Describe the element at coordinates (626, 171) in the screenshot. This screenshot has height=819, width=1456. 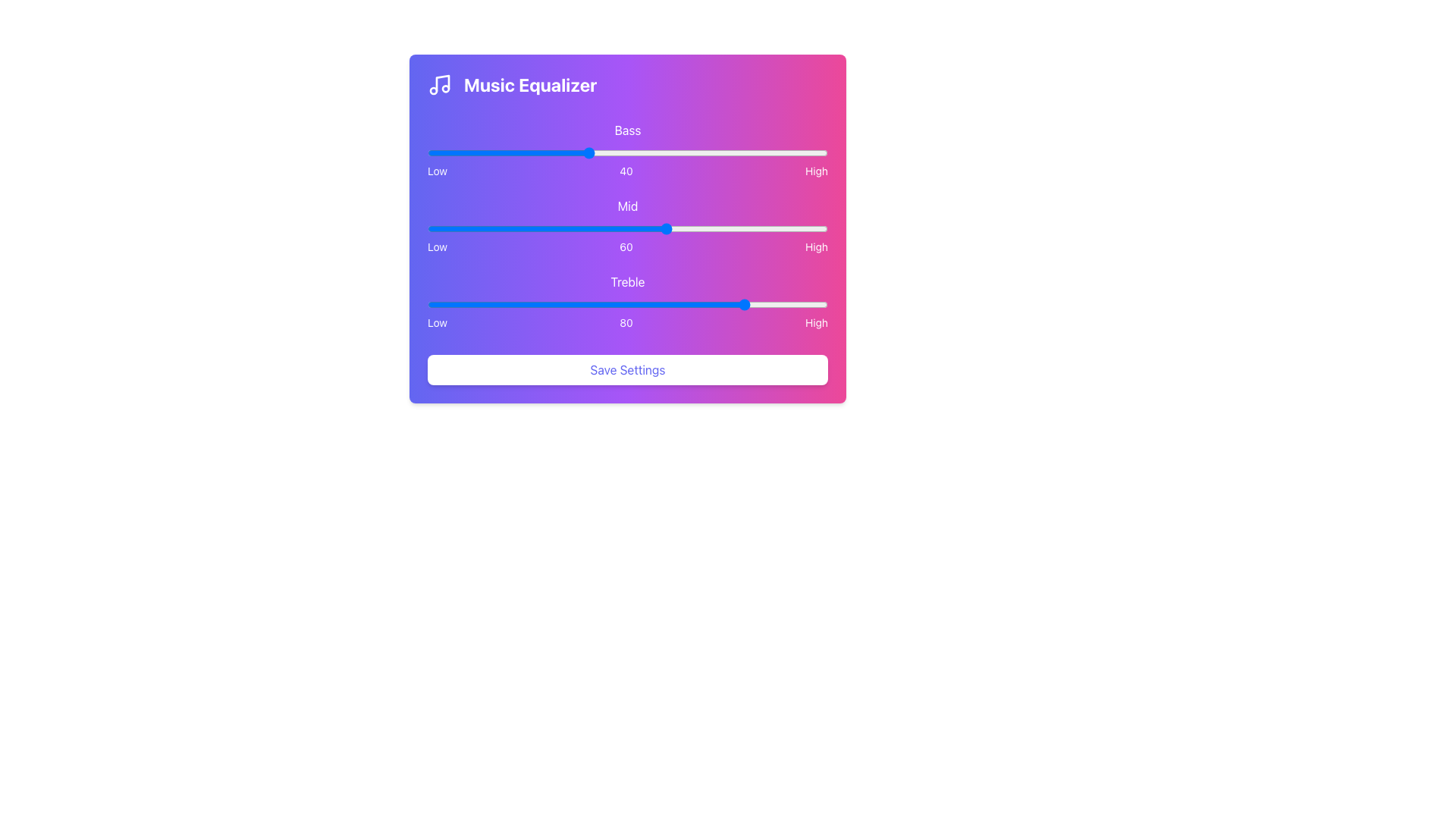
I see `the numeric value display element that is centrally positioned between 'Low' and 'High' in a horizontal alignment, within a card-like interface featuring 'Bass' and 'Mid' sliders` at that location.